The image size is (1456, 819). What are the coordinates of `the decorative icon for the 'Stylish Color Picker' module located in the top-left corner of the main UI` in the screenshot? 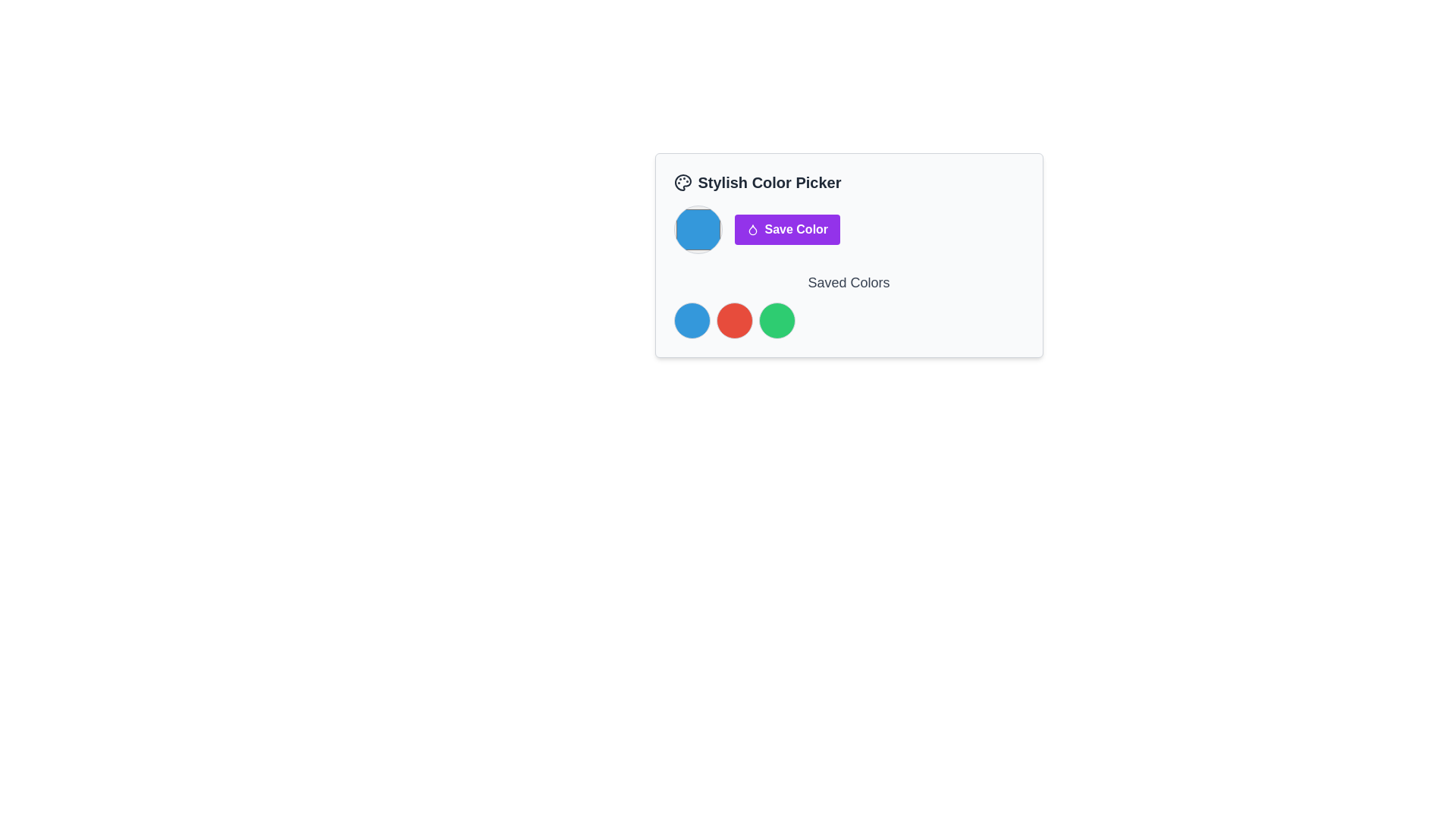 It's located at (682, 181).